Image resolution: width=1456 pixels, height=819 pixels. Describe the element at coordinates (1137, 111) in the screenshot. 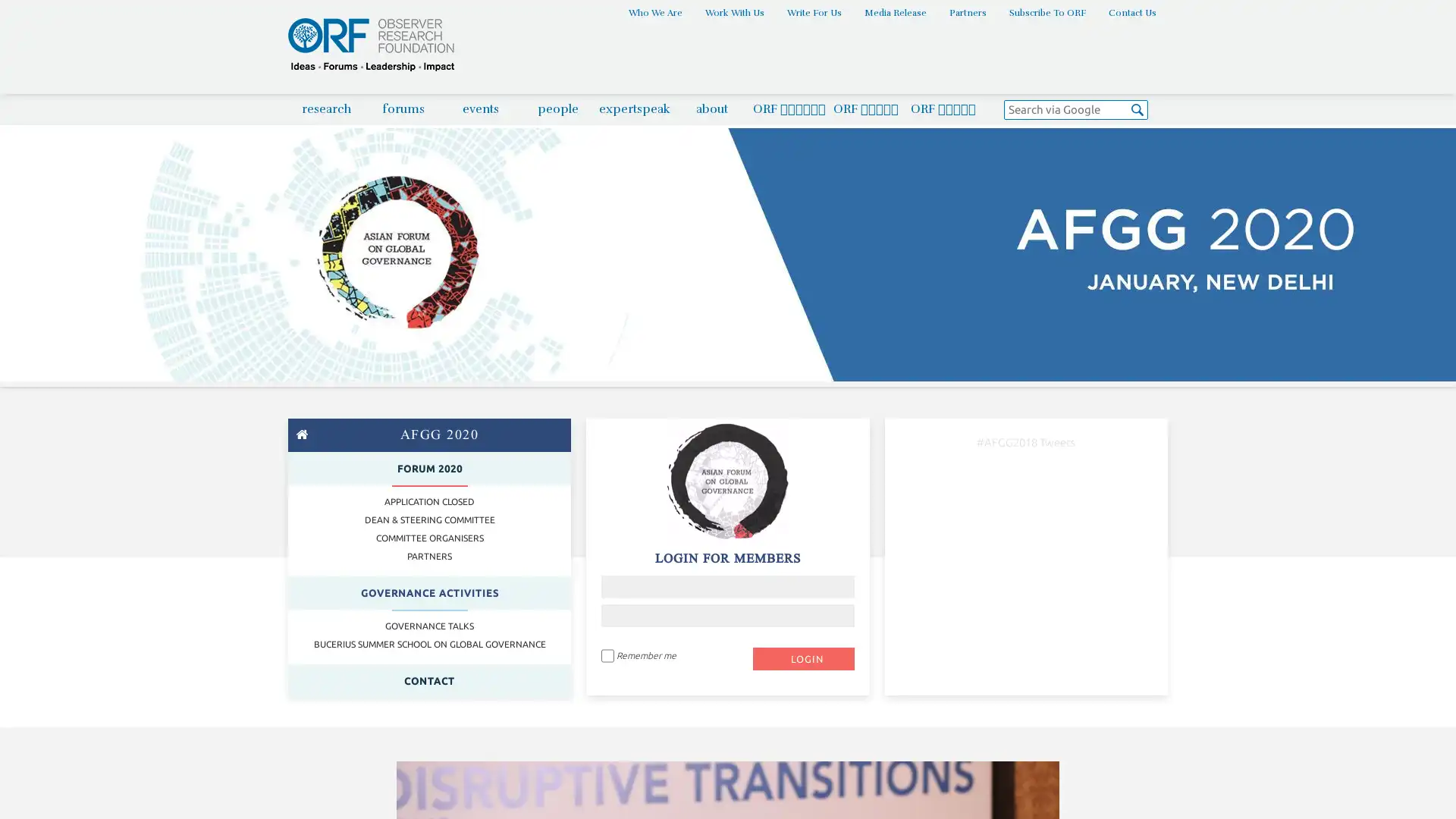

I see `search` at that location.